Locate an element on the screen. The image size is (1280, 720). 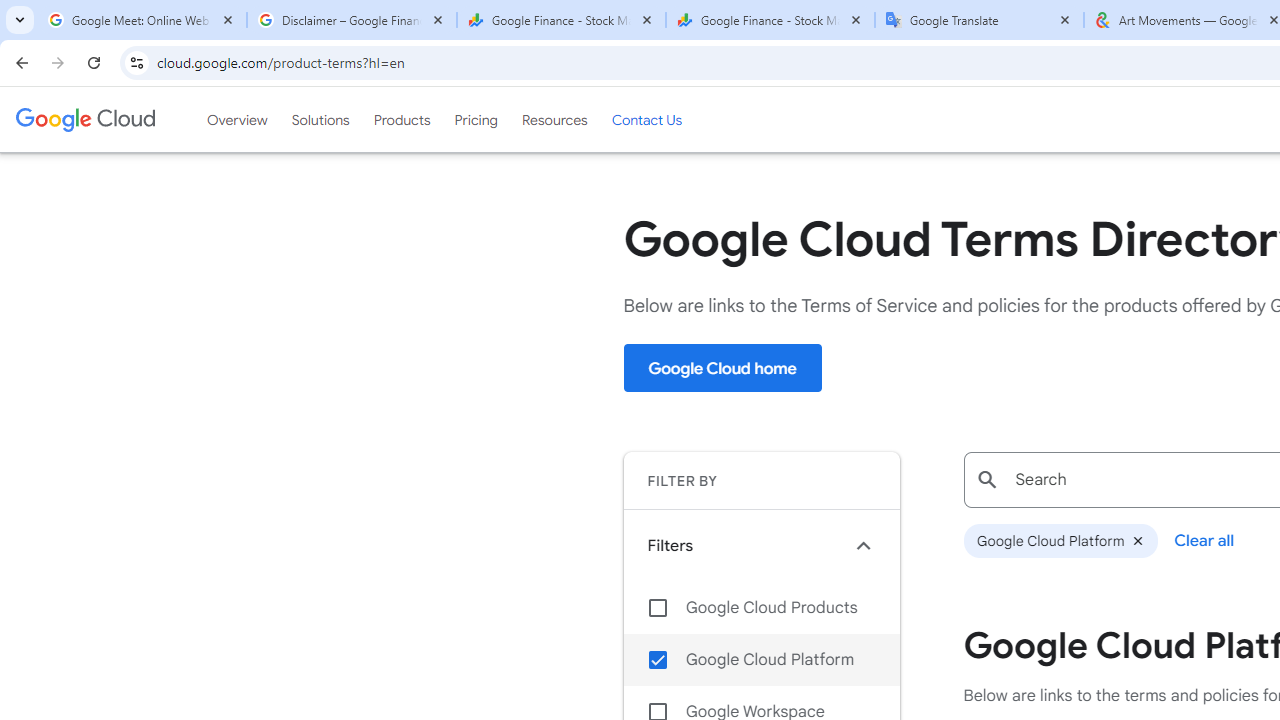
'Google Translate' is located at coordinates (979, 20).